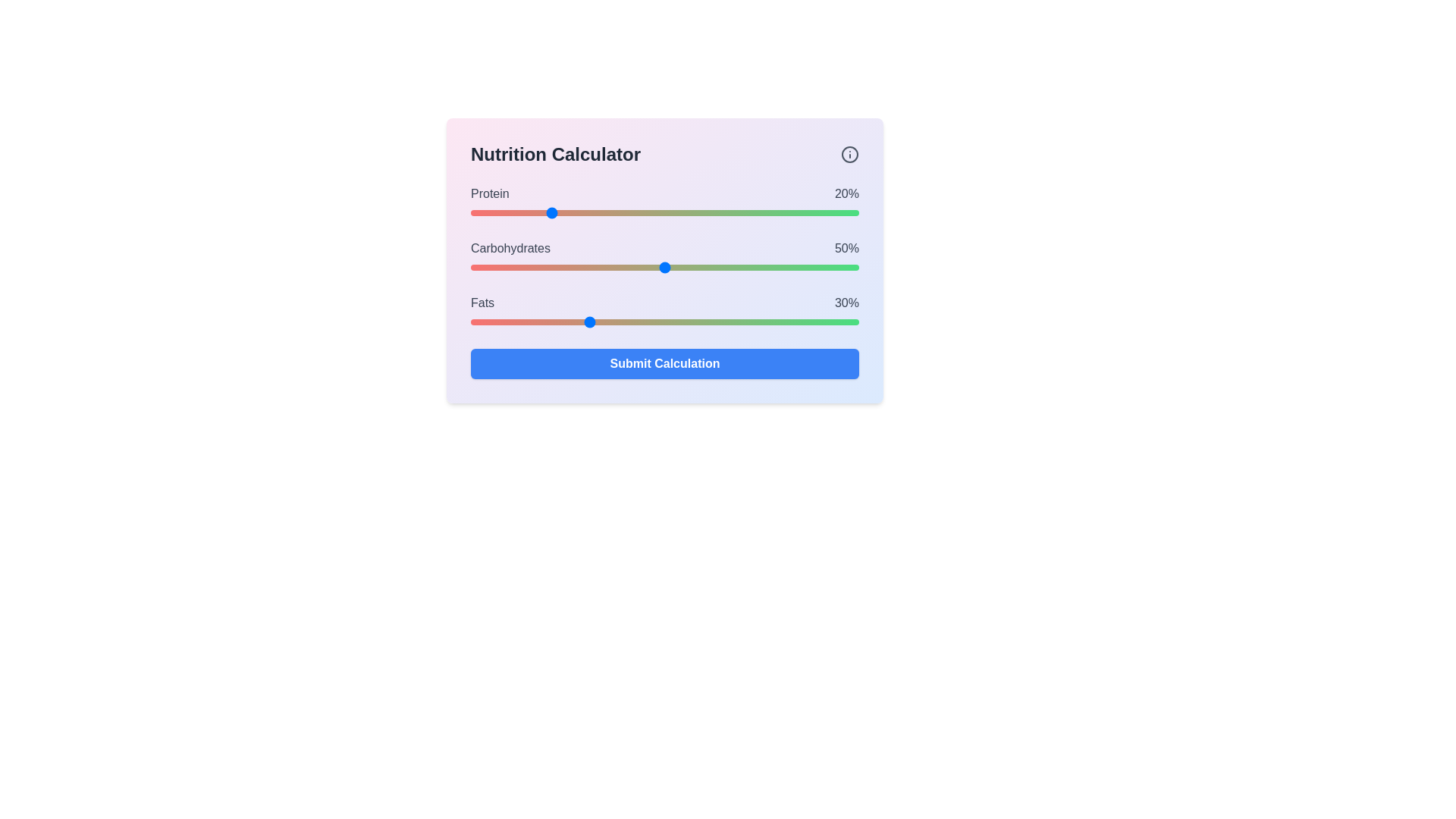  Describe the element at coordinates (665, 363) in the screenshot. I see `the 'Submit Calculation' button` at that location.